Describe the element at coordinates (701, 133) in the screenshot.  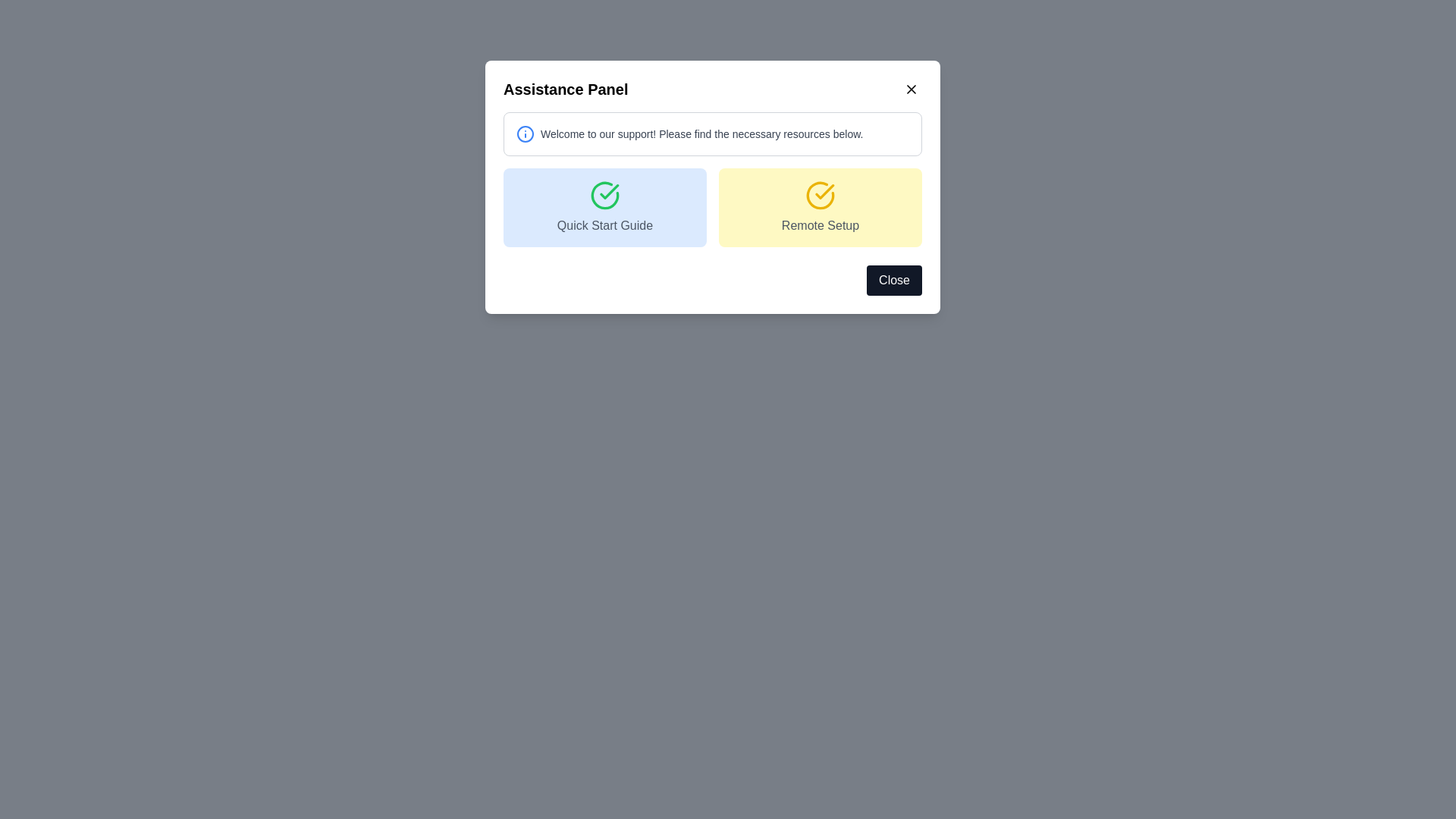
I see `the static text that says 'Welcome to our support! Please find the necessary resources below', which is displayed in a small font size and gray color, located near the top of a pop-up window` at that location.